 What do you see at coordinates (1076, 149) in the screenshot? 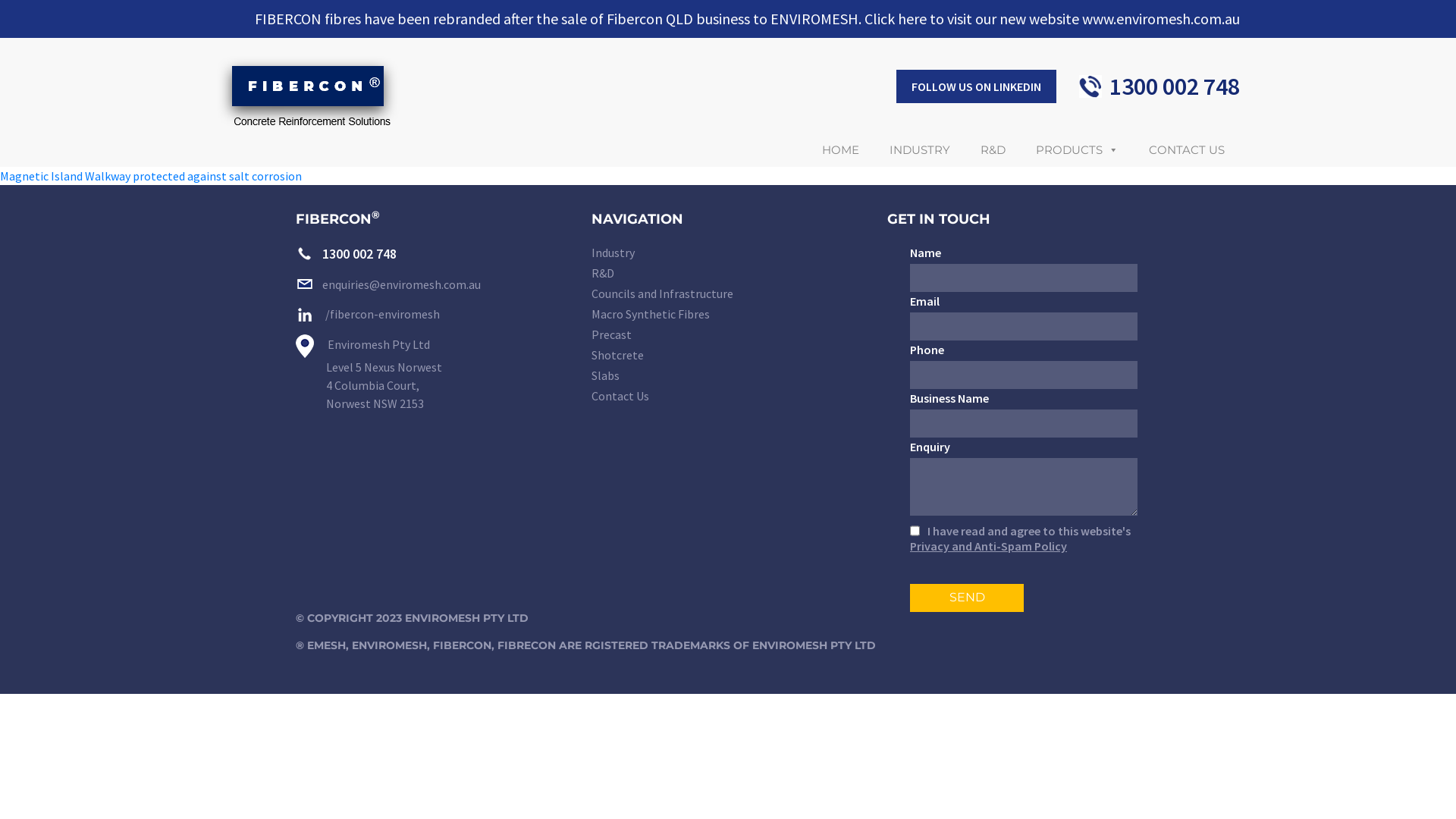
I see `'PRODUCTS'` at bounding box center [1076, 149].